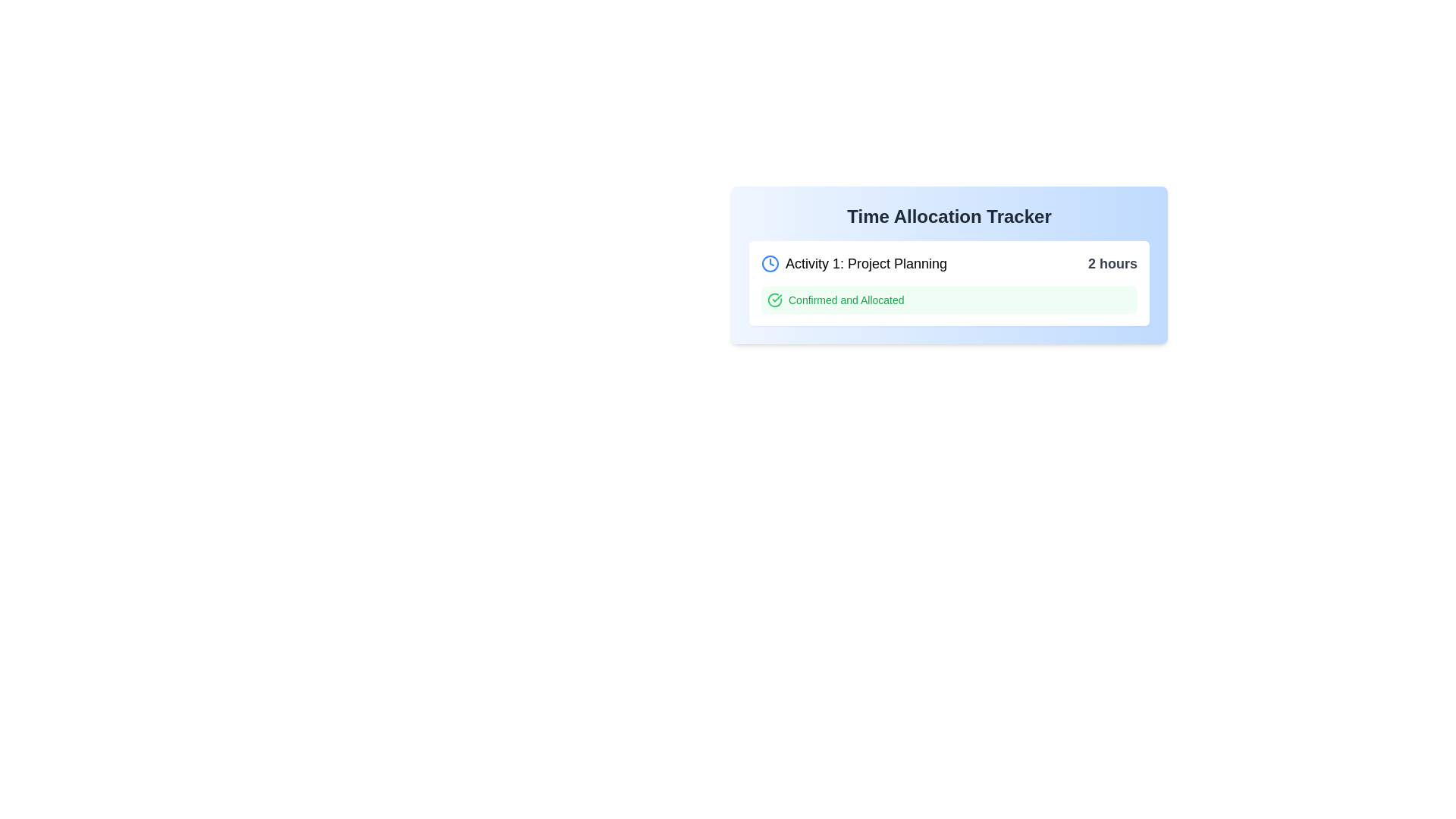  Describe the element at coordinates (775, 300) in the screenshot. I see `the status icon indicating 'Confirmed and Allocated'` at that location.